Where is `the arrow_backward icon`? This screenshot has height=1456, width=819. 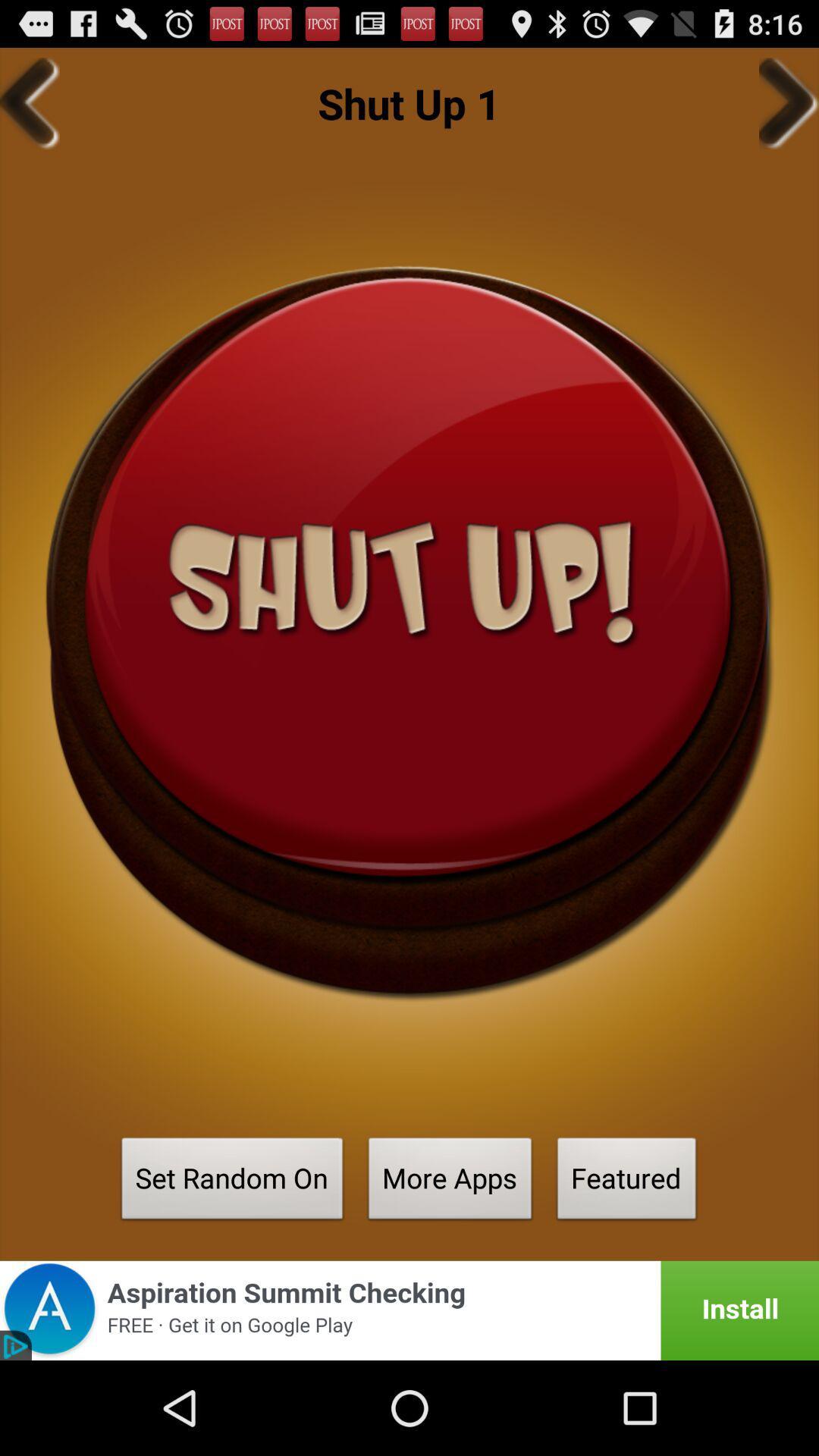
the arrow_backward icon is located at coordinates (30, 110).